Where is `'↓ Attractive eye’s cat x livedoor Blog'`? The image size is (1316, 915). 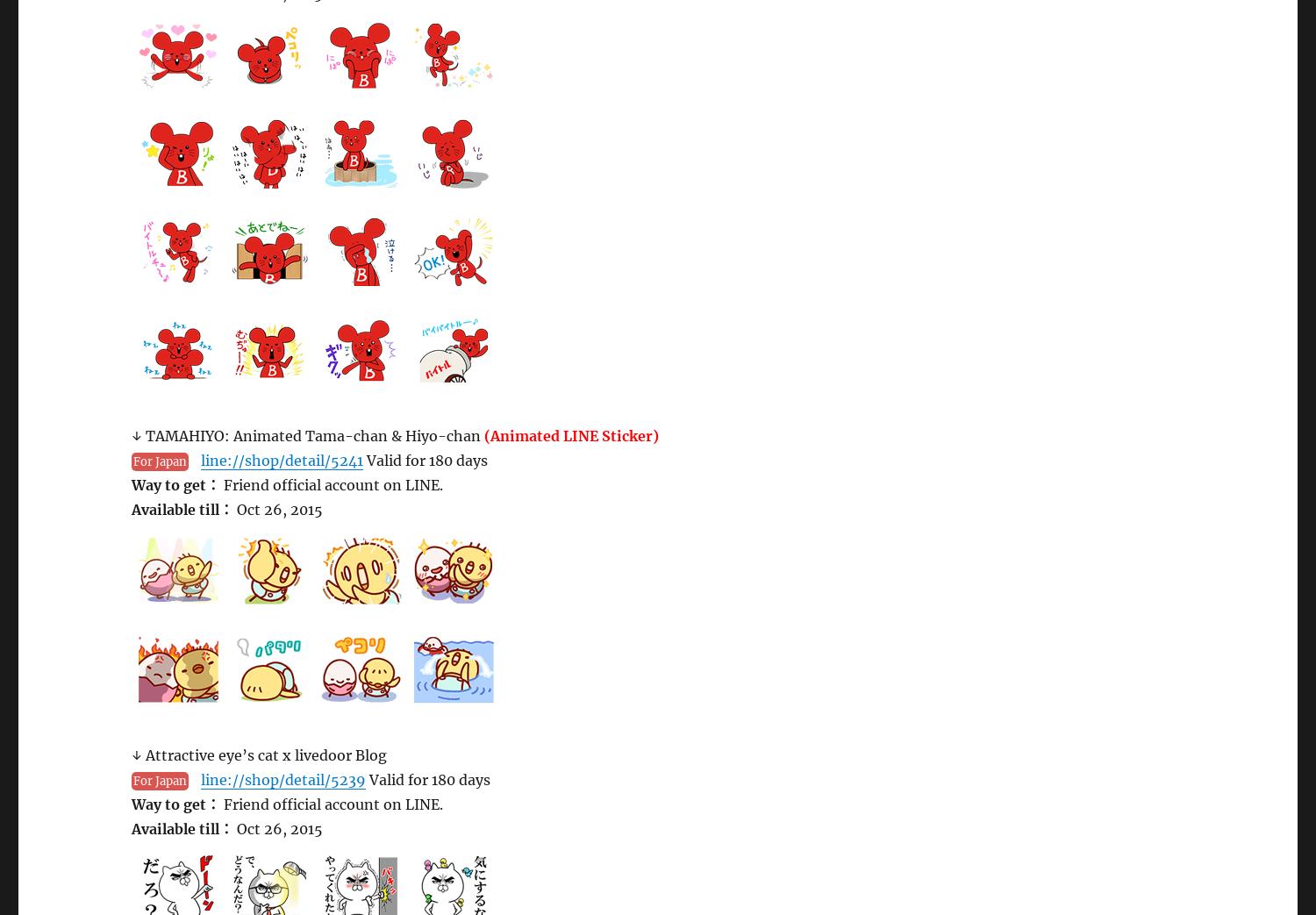
'↓ Attractive eye’s cat x livedoor Blog' is located at coordinates (259, 754).